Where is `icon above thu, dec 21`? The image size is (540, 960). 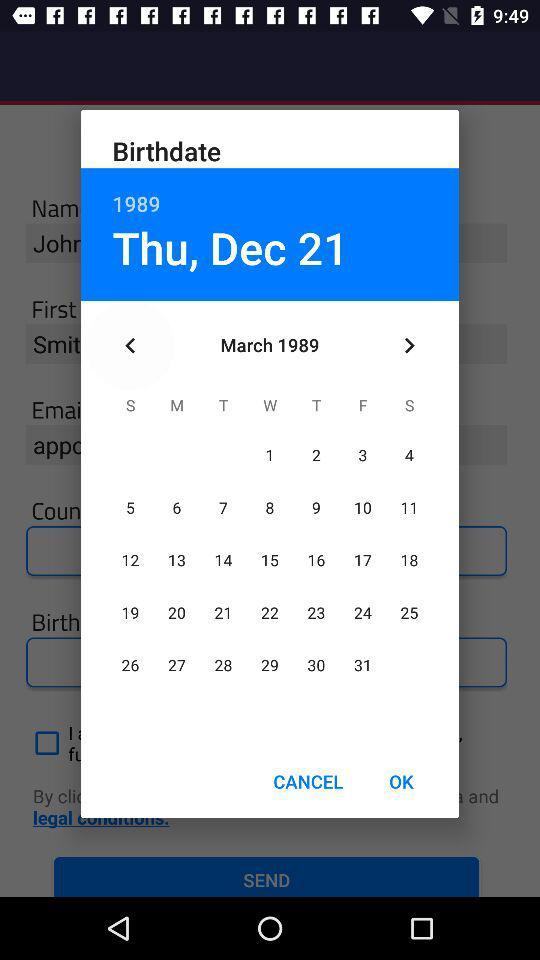 icon above thu, dec 21 is located at coordinates (270, 193).